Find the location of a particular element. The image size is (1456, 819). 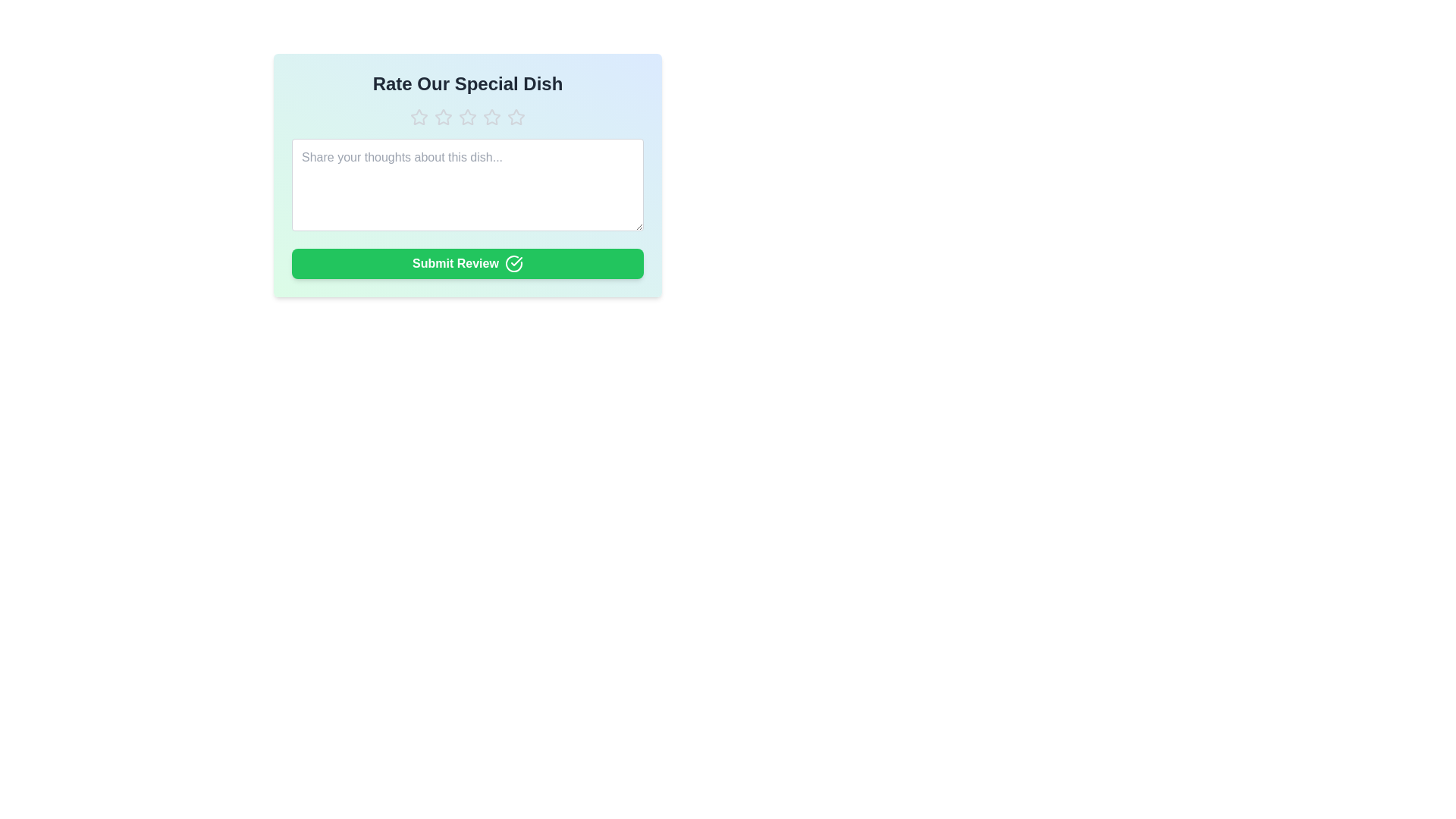

the submit review button is located at coordinates (467, 262).